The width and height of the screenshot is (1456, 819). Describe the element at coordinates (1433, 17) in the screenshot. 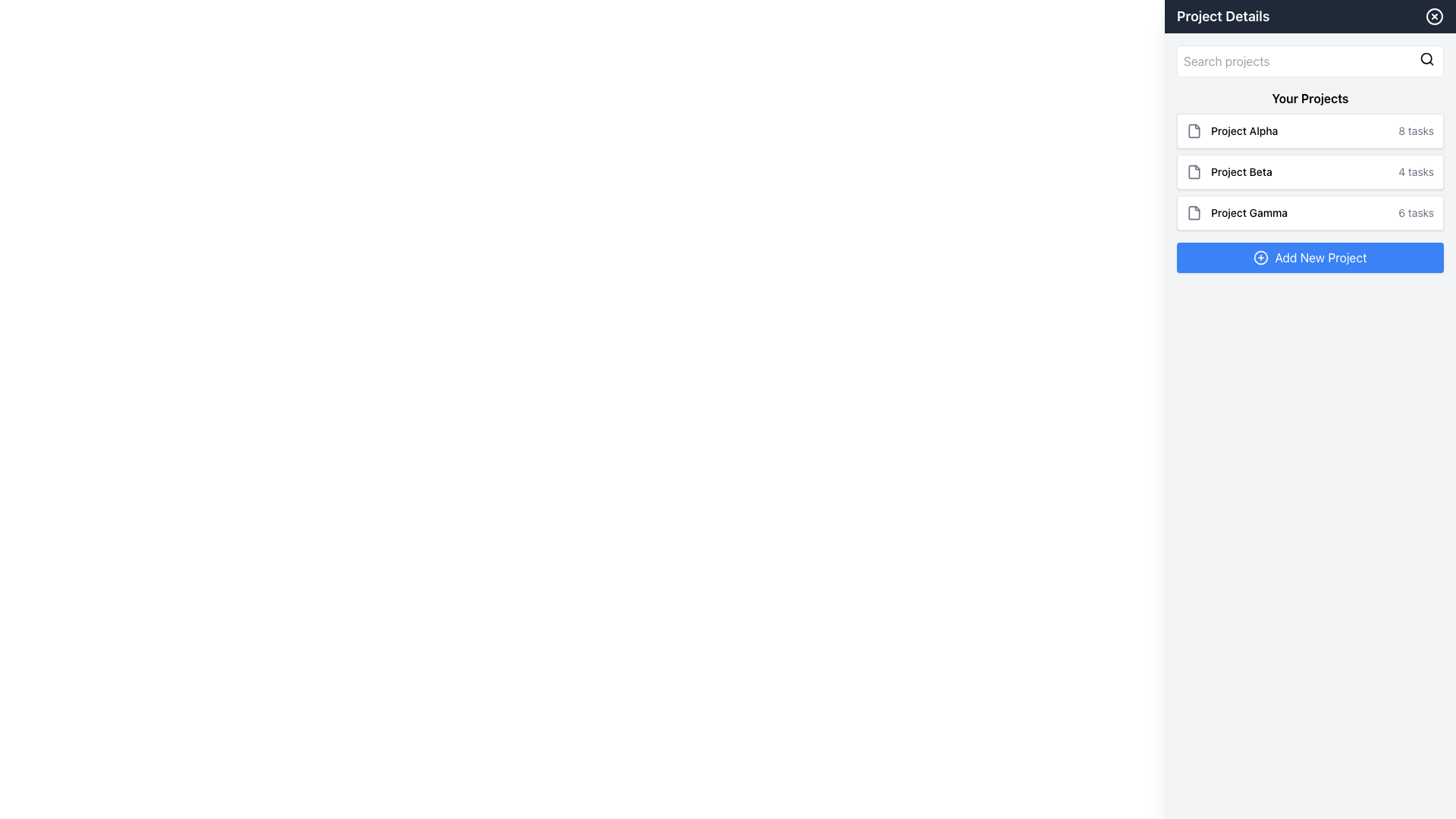

I see `the graphical vector circle, which is part of the crossed circle icon representing a close function, located in the top-right corner of the 'Project Details' header` at that location.